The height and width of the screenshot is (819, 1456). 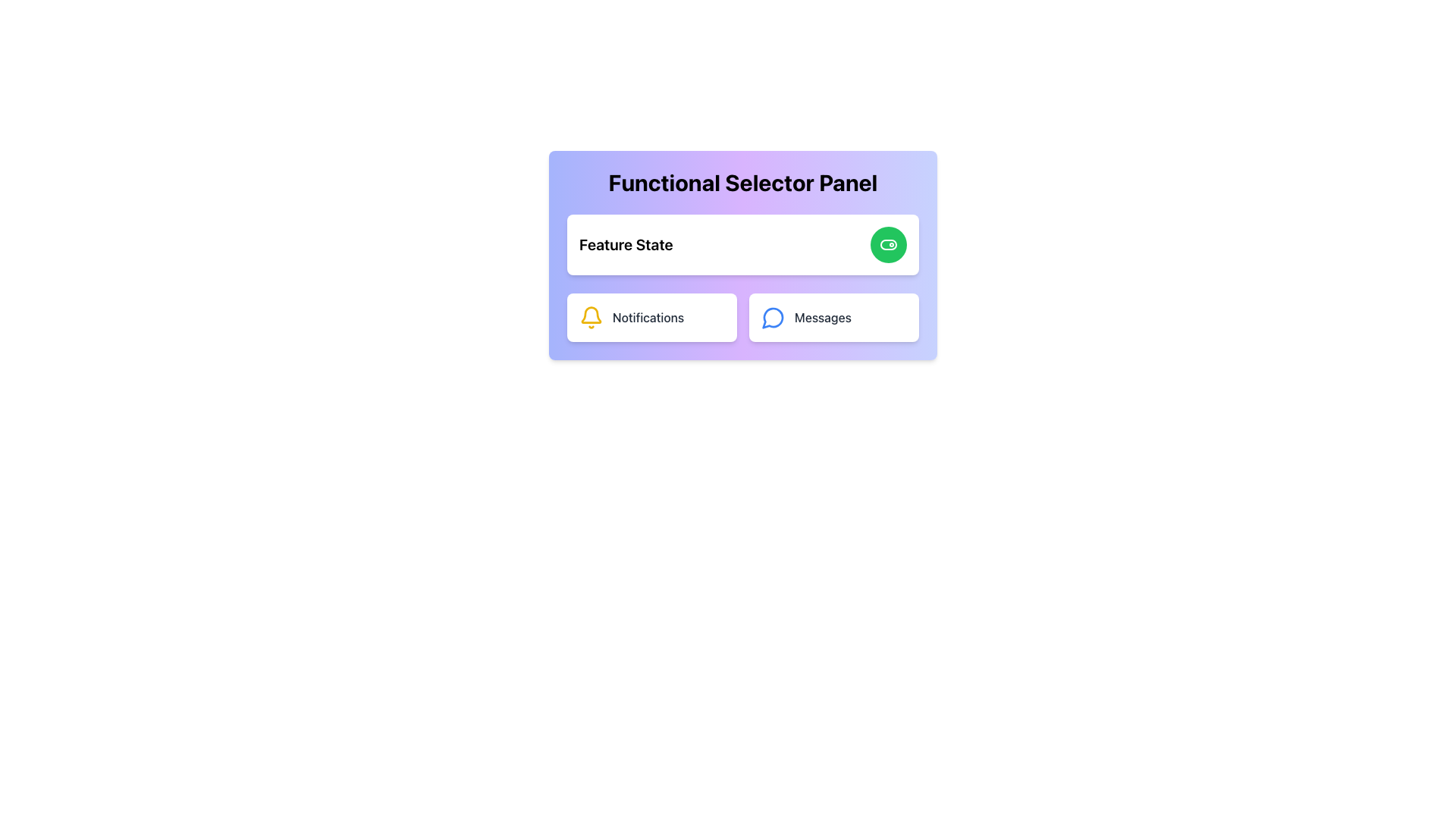 I want to click on the yellow hollow bell icon that serves as a notification indicator, located to the left of the word 'Notifications', so click(x=590, y=317).